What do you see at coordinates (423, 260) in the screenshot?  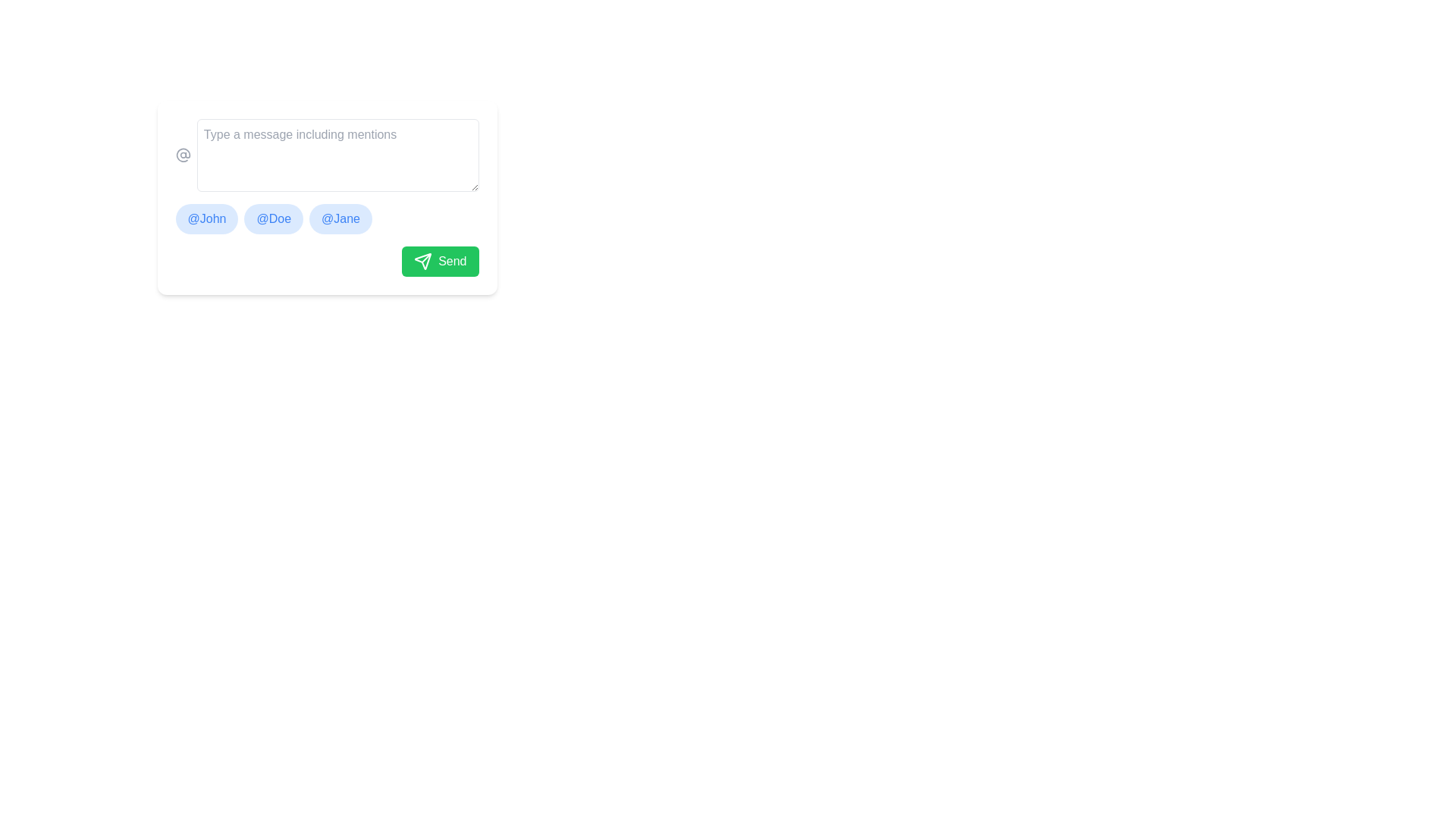 I see `the triangular 'send' icon that is styled in white on a green circular background, located within the 'Send' button at the bottom-right corner of the chat input field` at bounding box center [423, 260].